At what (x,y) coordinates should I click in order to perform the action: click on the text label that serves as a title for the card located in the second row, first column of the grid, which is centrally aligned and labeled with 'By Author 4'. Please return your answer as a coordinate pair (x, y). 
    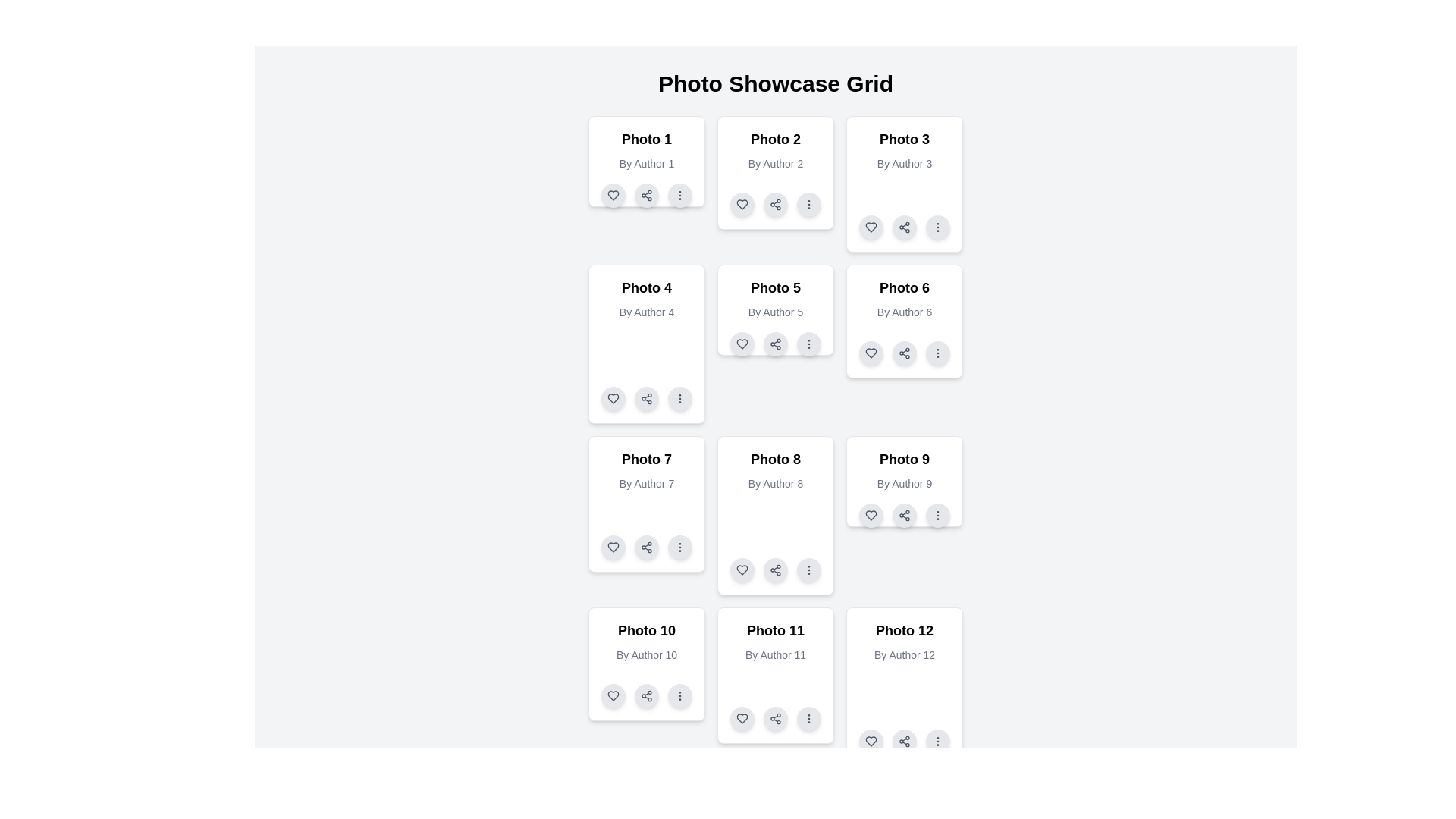
    Looking at the image, I should click on (647, 288).